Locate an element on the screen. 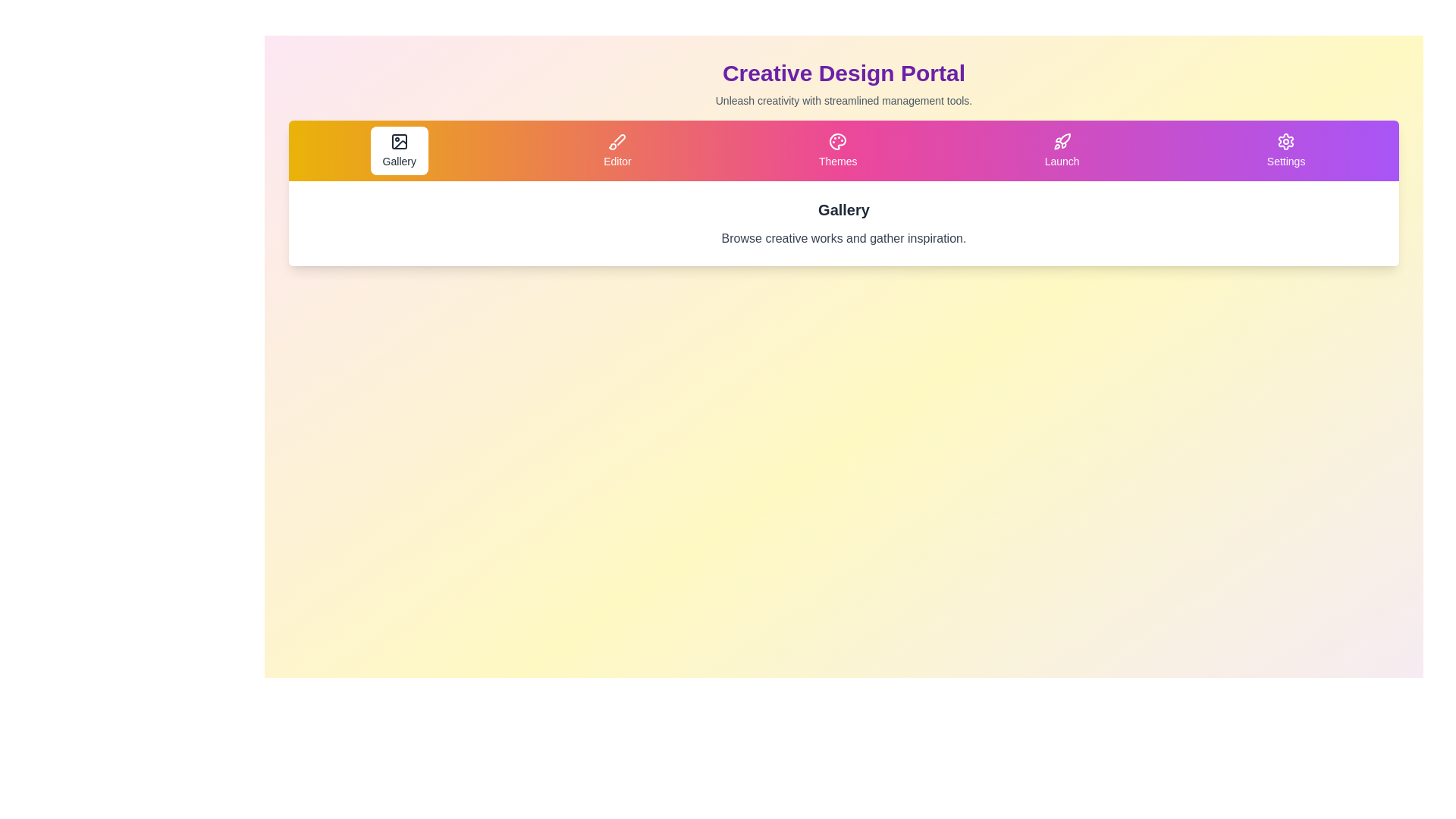 The height and width of the screenshot is (819, 1456). prominently styled text element labeled 'Gallery' which is positioned at the top section of the interface is located at coordinates (843, 210).